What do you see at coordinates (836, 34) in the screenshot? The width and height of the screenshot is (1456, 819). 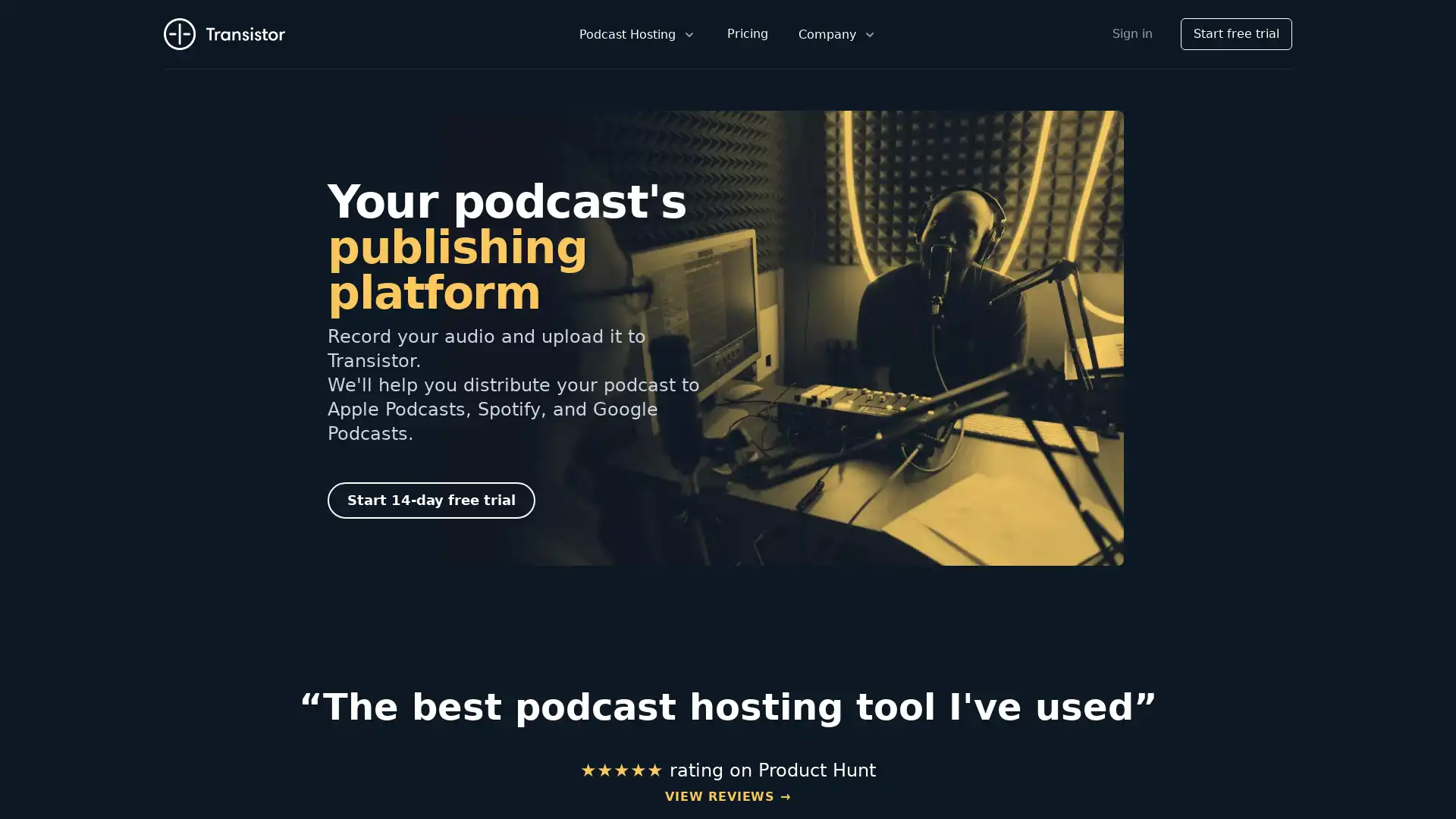 I see `Company` at bounding box center [836, 34].